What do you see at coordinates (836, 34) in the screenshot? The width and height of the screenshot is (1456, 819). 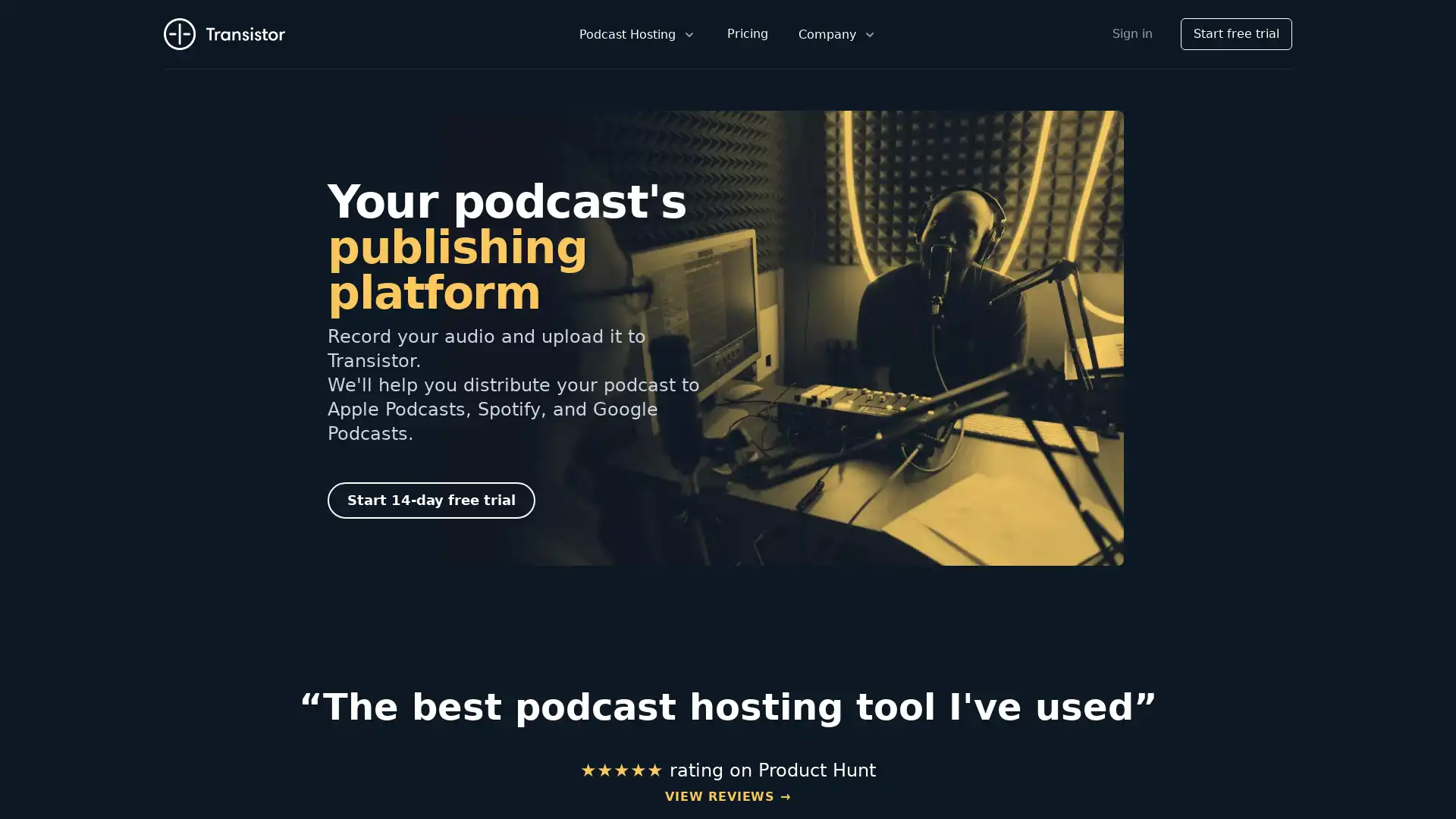 I see `Company` at bounding box center [836, 34].